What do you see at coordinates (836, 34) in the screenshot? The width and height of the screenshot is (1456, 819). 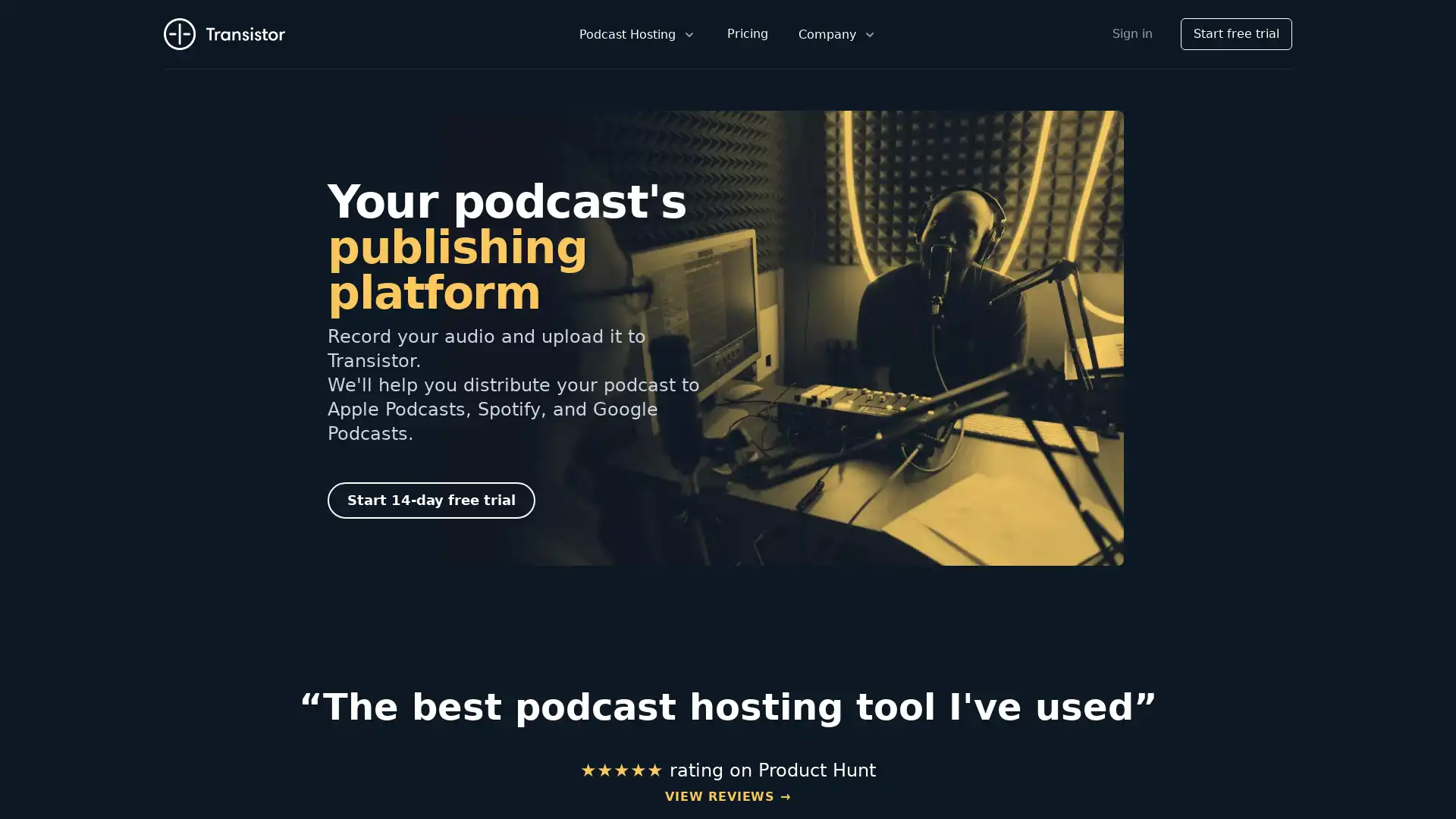 I see `Company` at bounding box center [836, 34].